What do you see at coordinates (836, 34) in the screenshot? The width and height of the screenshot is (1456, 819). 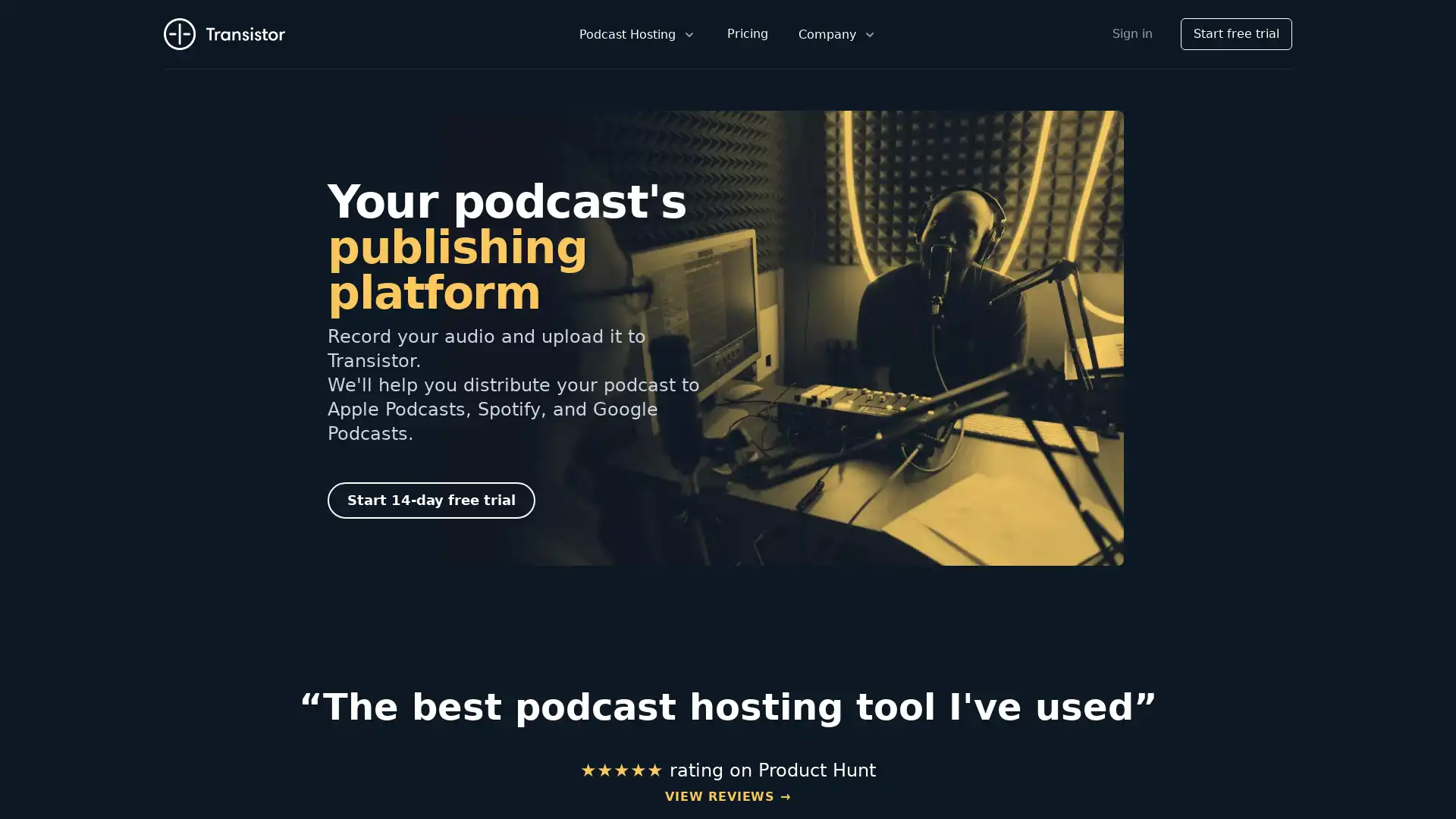 I see `Company` at bounding box center [836, 34].